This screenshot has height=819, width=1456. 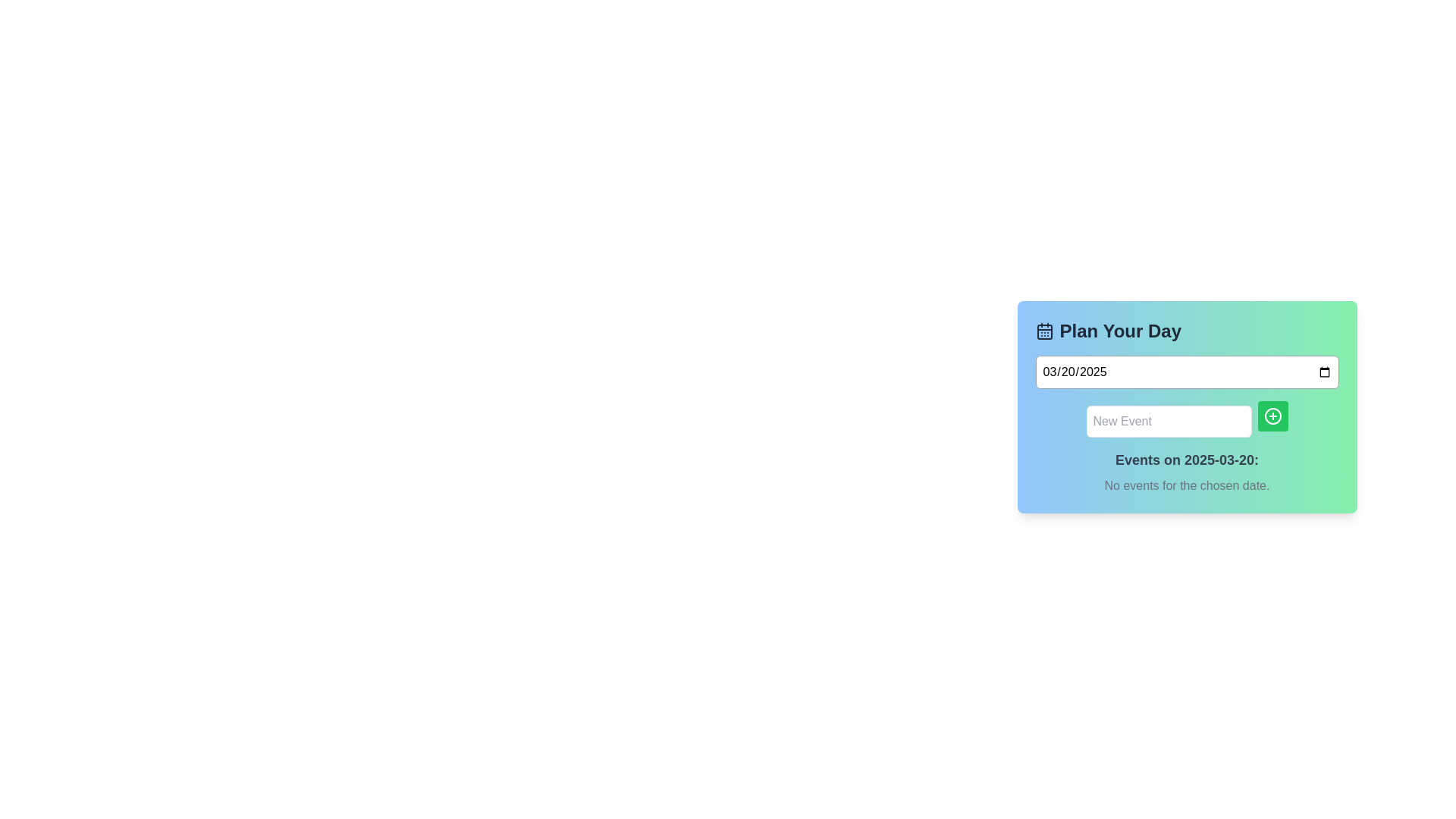 What do you see at coordinates (1272, 416) in the screenshot?
I see `the icon within the green button that indicates the action of adding a new event, located to the right of the 'New Event' text input field in the 'Plan Your Day' card` at bounding box center [1272, 416].